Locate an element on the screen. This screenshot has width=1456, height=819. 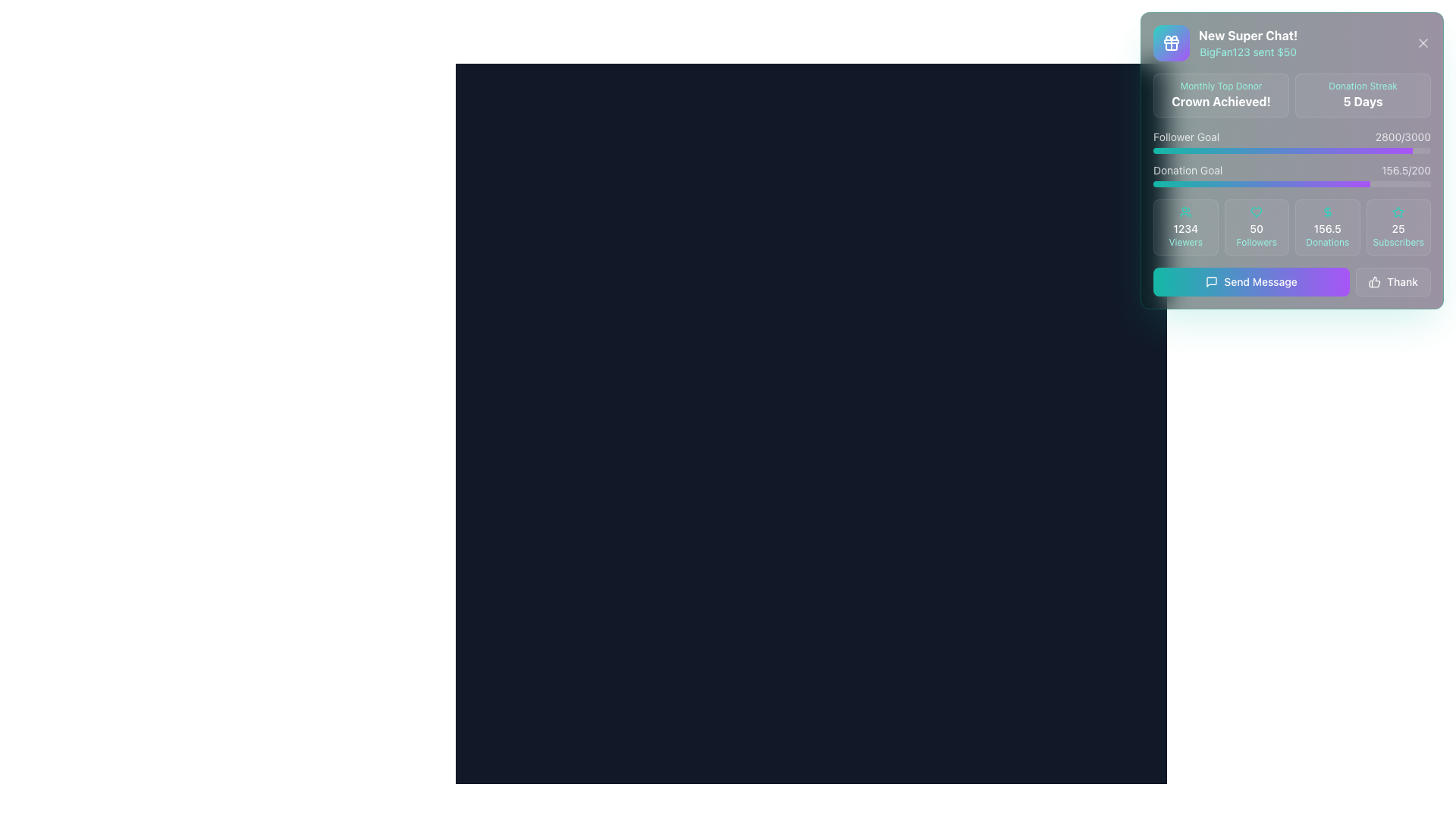
the Progress Bar that visually represents the progression of a donation goal, located beneath the text label 'Donation Goal 156.5/200.' is located at coordinates (1291, 184).